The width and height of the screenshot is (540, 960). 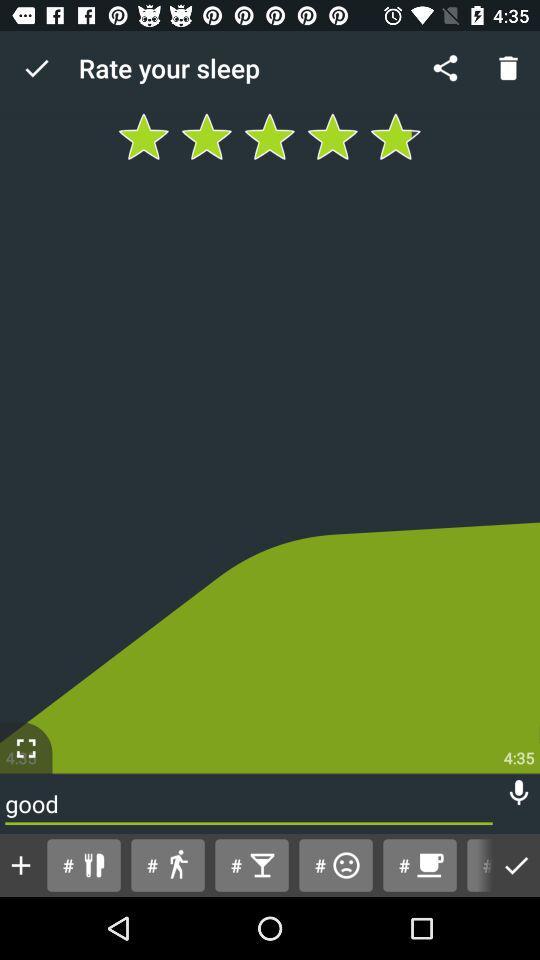 I want to click on icon next to # icon, so click(x=20, y=864).